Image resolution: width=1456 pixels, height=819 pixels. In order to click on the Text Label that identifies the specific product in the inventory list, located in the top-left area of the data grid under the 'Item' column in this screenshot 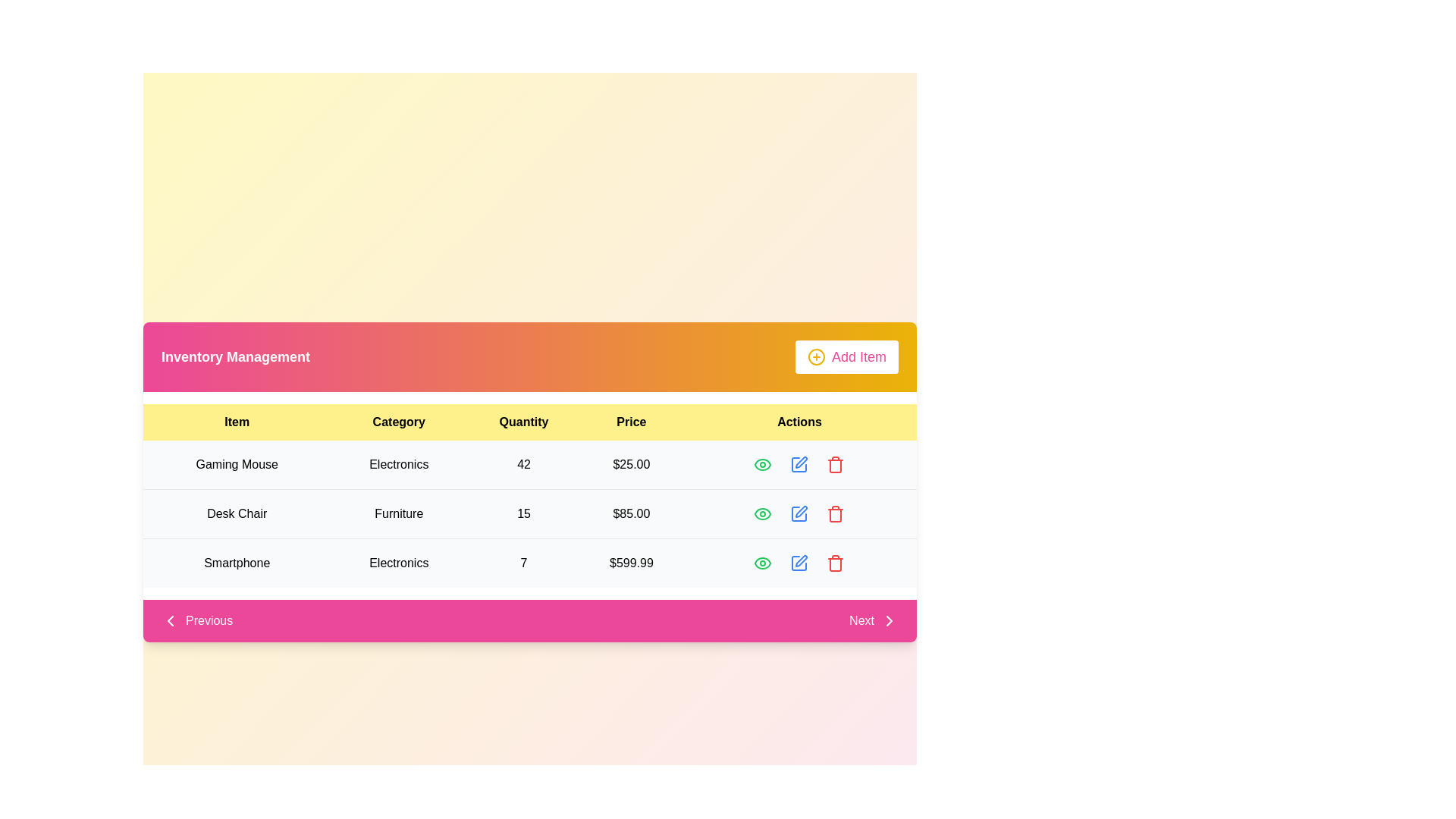, I will do `click(236, 464)`.